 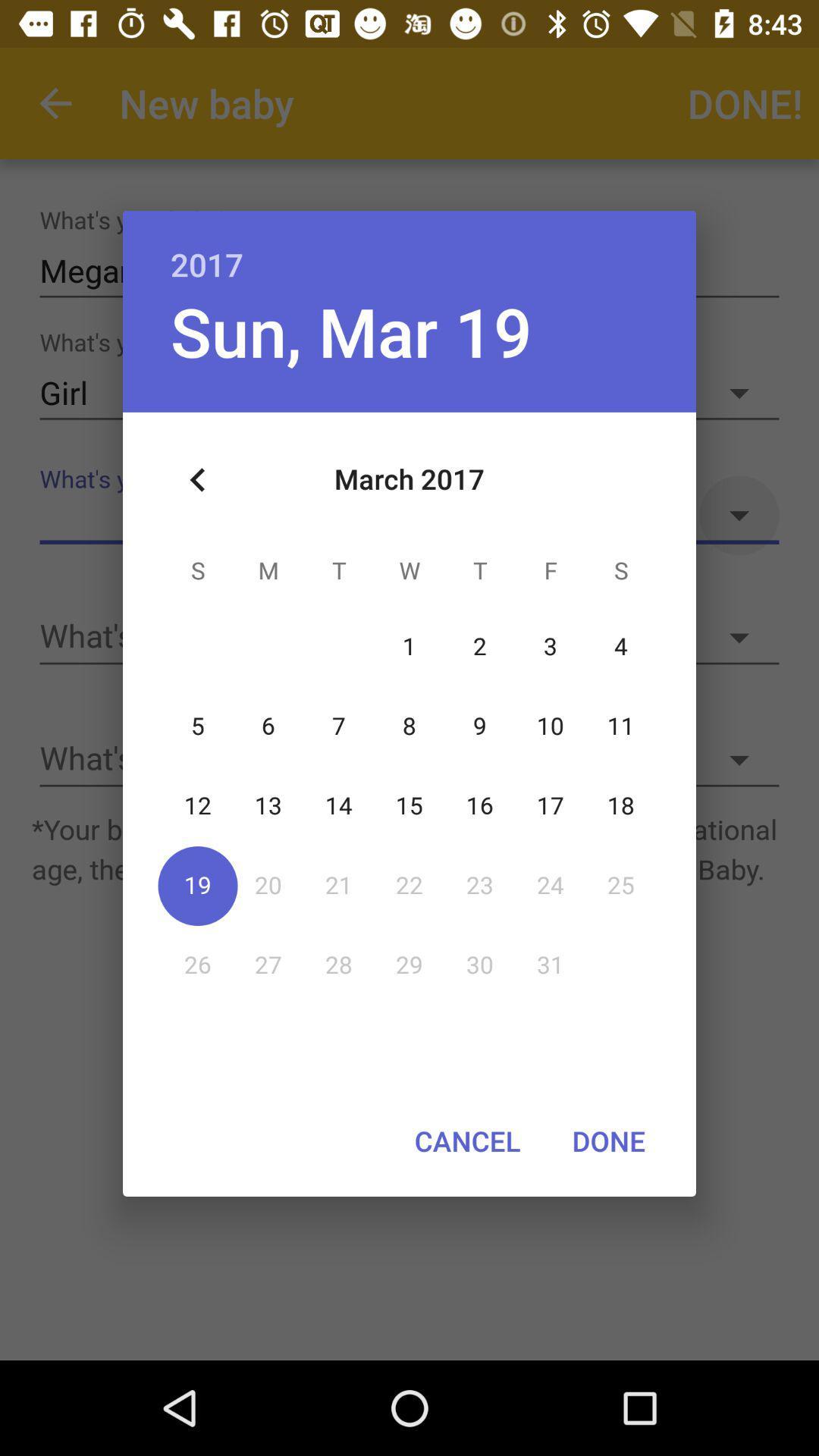 I want to click on the sun, mar 19, so click(x=351, y=330).